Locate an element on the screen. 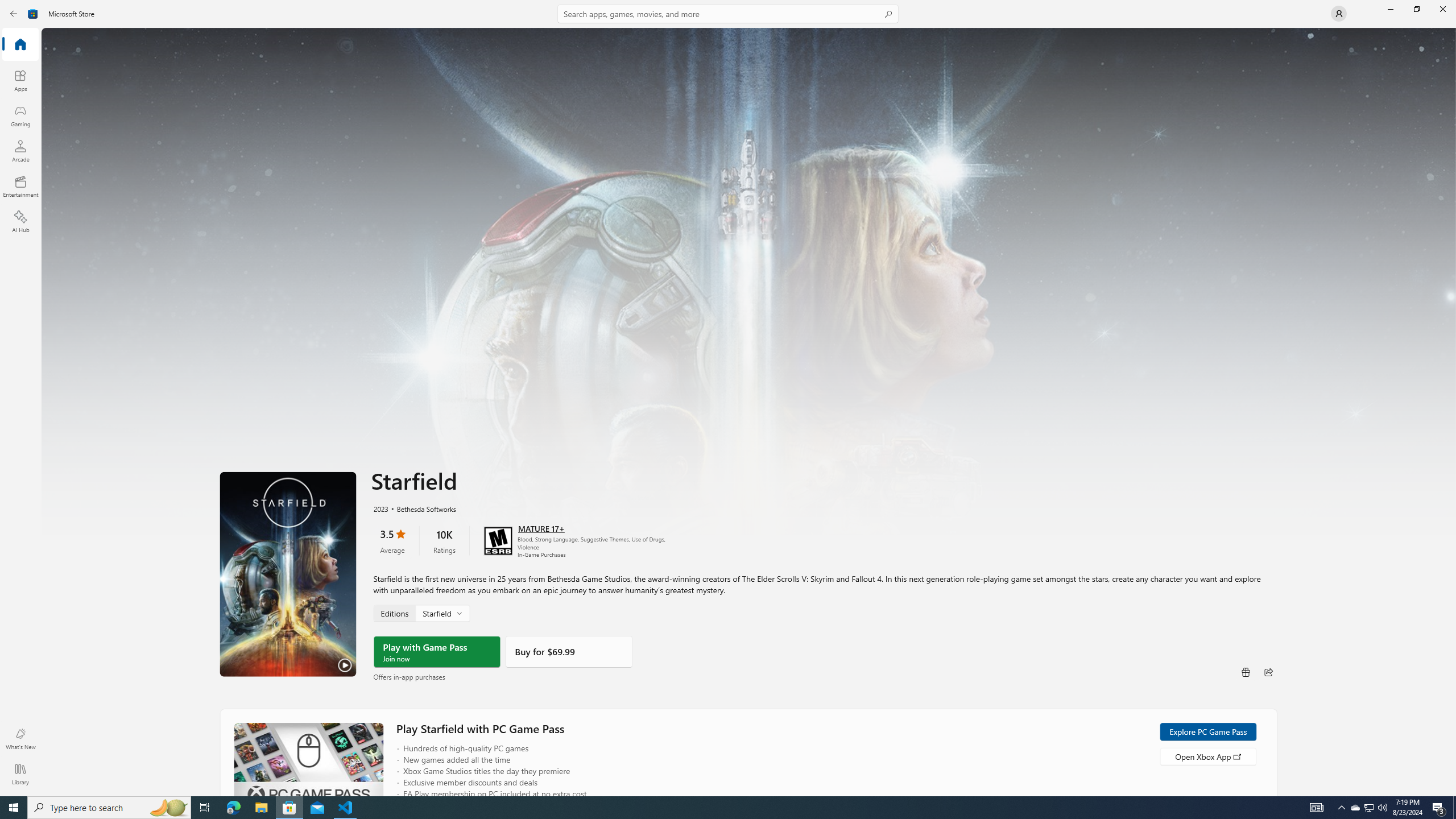 The height and width of the screenshot is (819, 1456). 'Age rating: MATURE 17+. Click for more information.' is located at coordinates (540, 527).